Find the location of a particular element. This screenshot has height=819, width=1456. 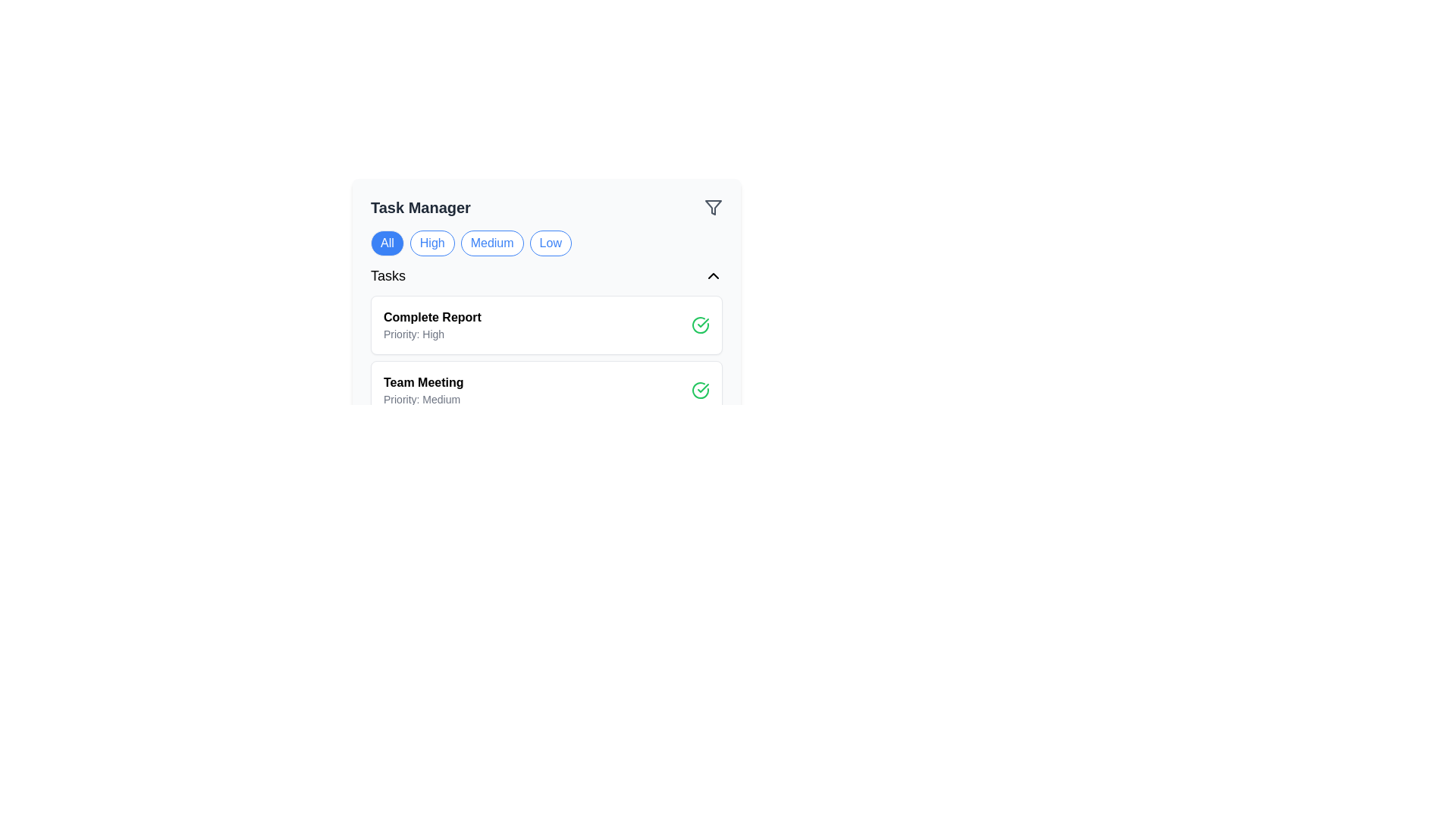

the medium-sized circular icon with a green outline and a checkmark inside it, located at the bottom-right corner of the 'Team Meeting' task entry is located at coordinates (700, 390).